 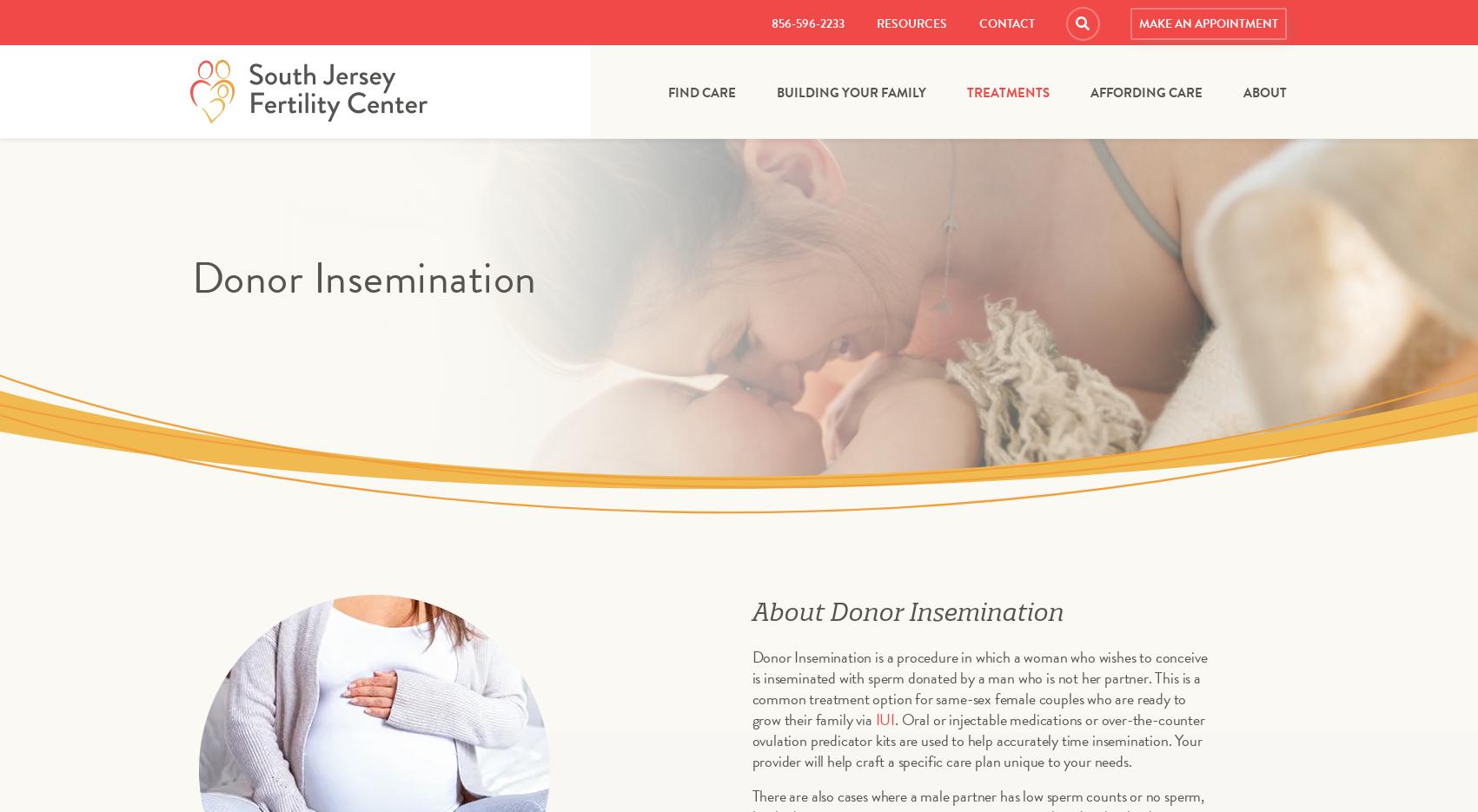 What do you see at coordinates (805, 23) in the screenshot?
I see `'856-596-2233'` at bounding box center [805, 23].